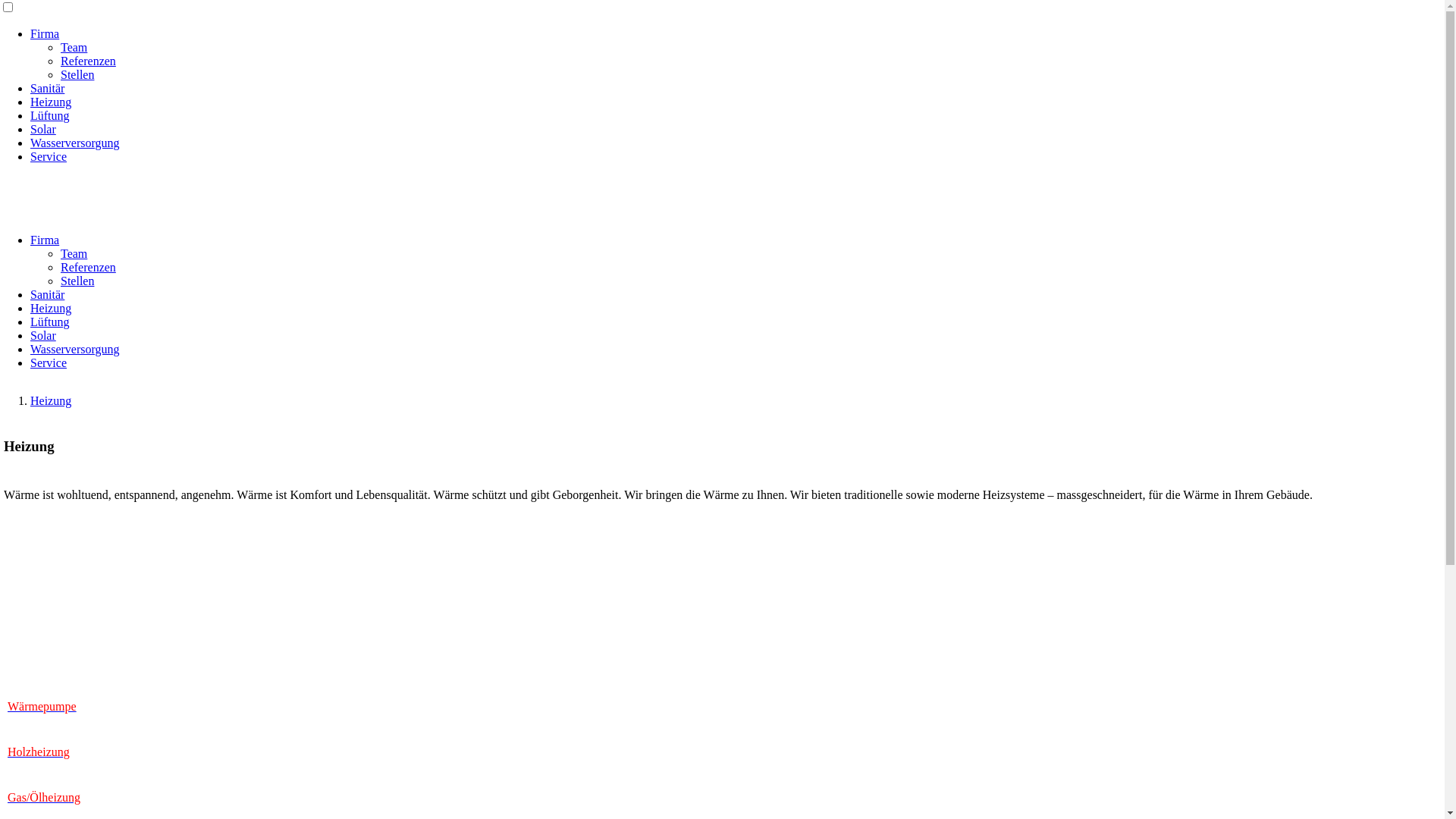  I want to click on 'Wasserversorgung', so click(74, 349).